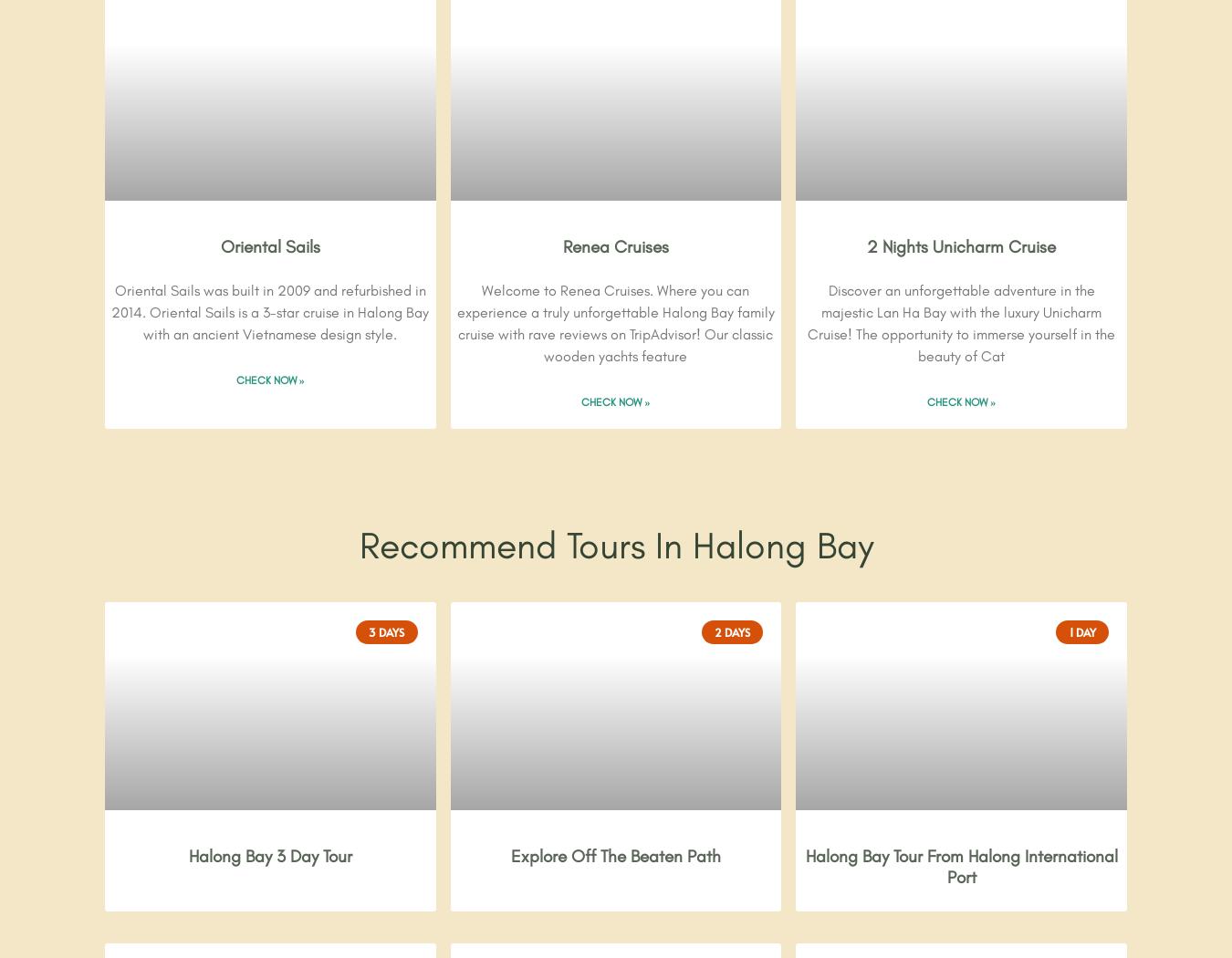  I want to click on '1 Day', so click(1081, 632).